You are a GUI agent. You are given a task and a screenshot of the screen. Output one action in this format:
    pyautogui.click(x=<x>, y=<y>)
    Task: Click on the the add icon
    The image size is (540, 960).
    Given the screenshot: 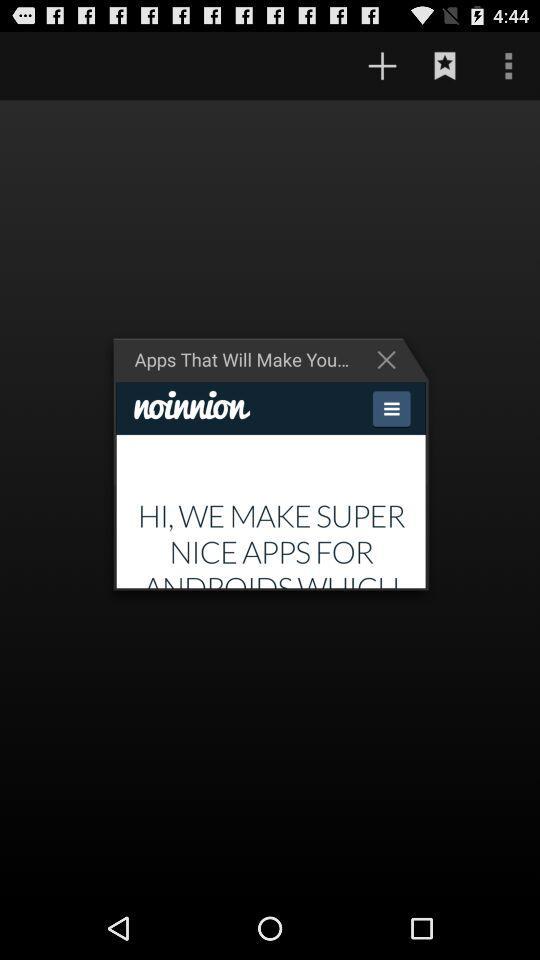 What is the action you would take?
    pyautogui.click(x=382, y=70)
    